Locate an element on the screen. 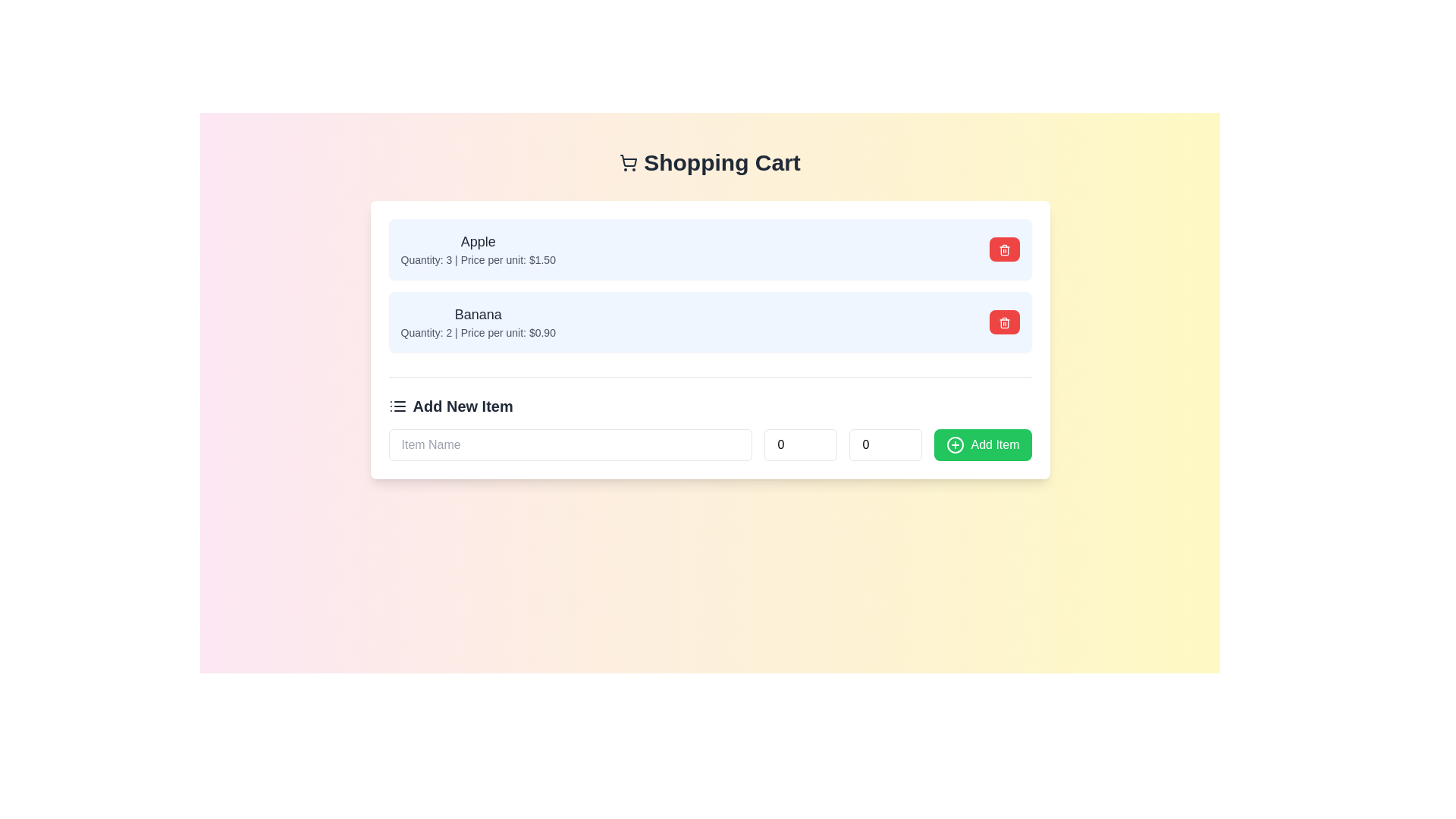  the shopping cart icon located to the left of the 'Shopping Cart' text in the upper section of the interface is located at coordinates (629, 163).